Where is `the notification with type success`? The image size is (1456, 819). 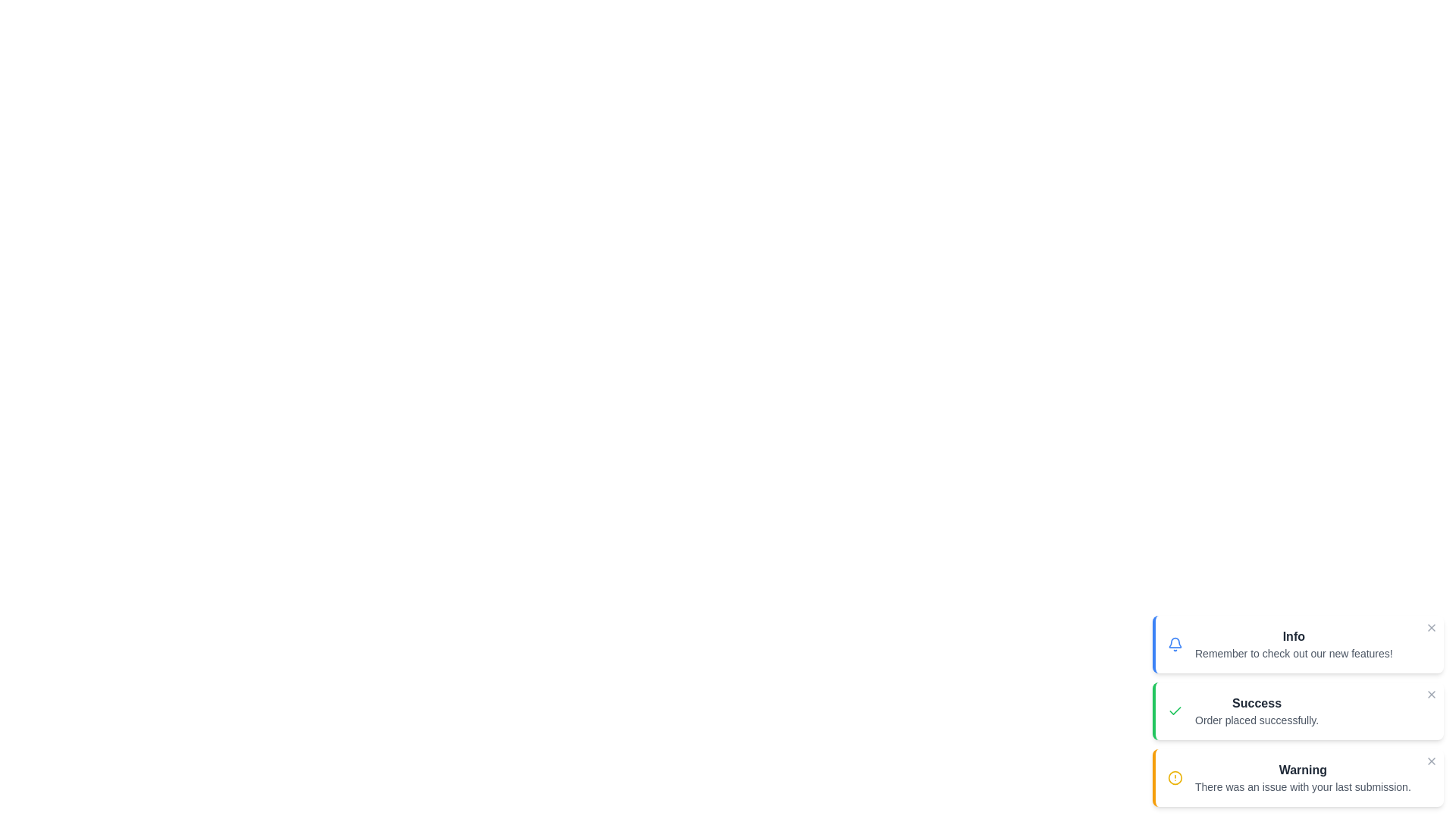 the notification with type success is located at coordinates (1298, 711).